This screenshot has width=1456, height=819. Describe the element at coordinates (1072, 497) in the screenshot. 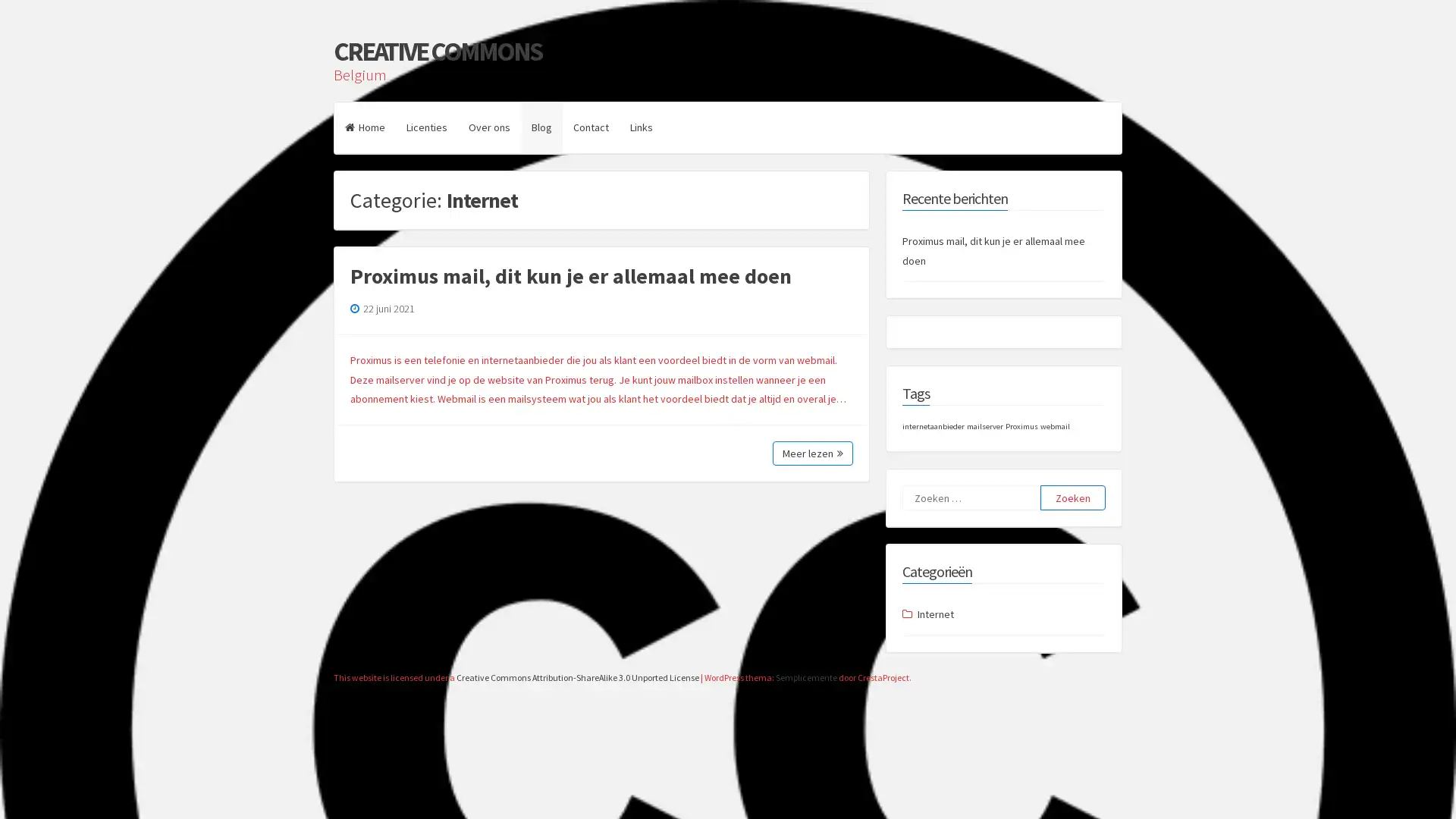

I see `Zoeken` at that location.